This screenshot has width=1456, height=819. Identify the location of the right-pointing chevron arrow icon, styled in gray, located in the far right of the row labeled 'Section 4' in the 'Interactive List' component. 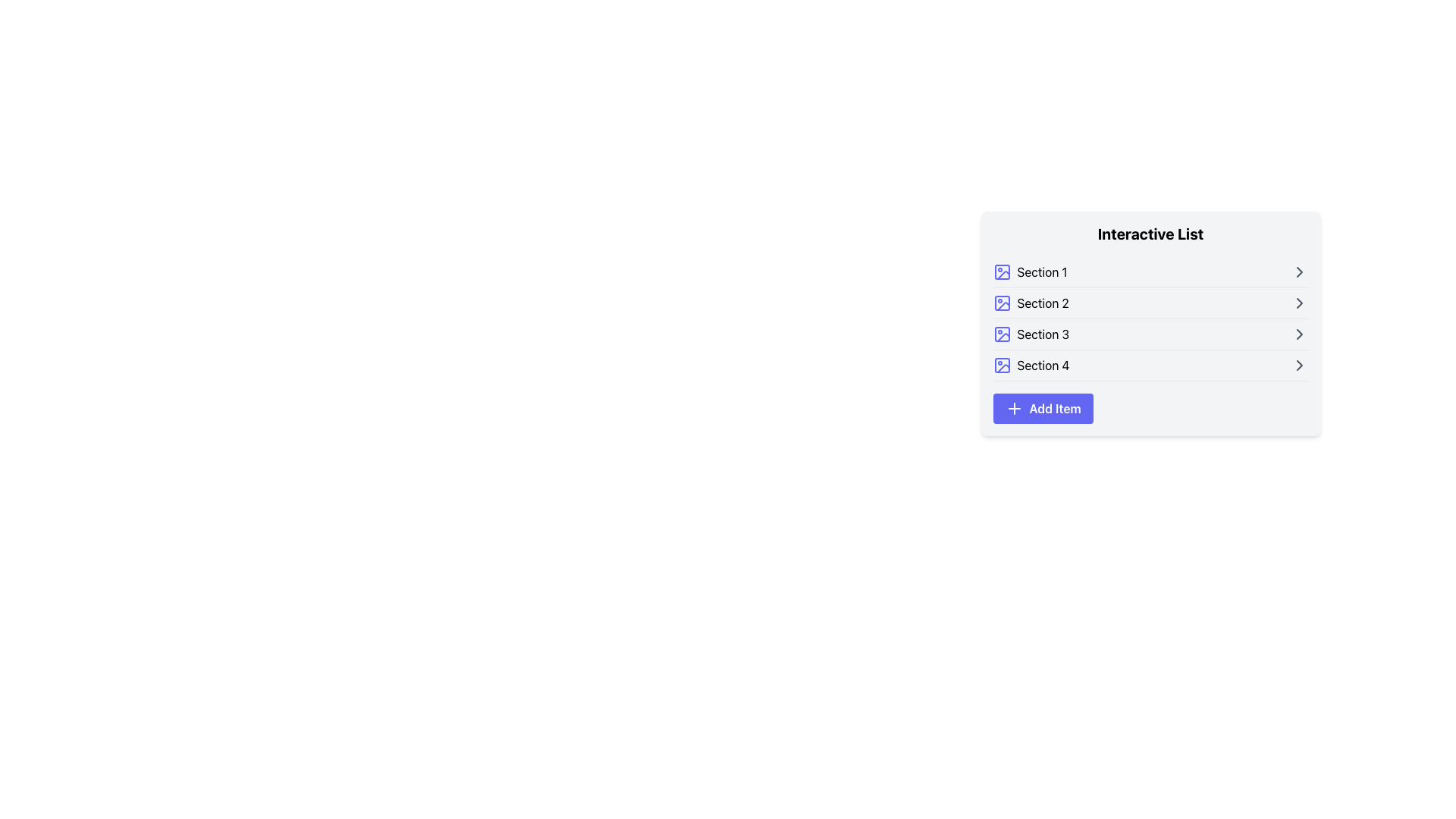
(1298, 366).